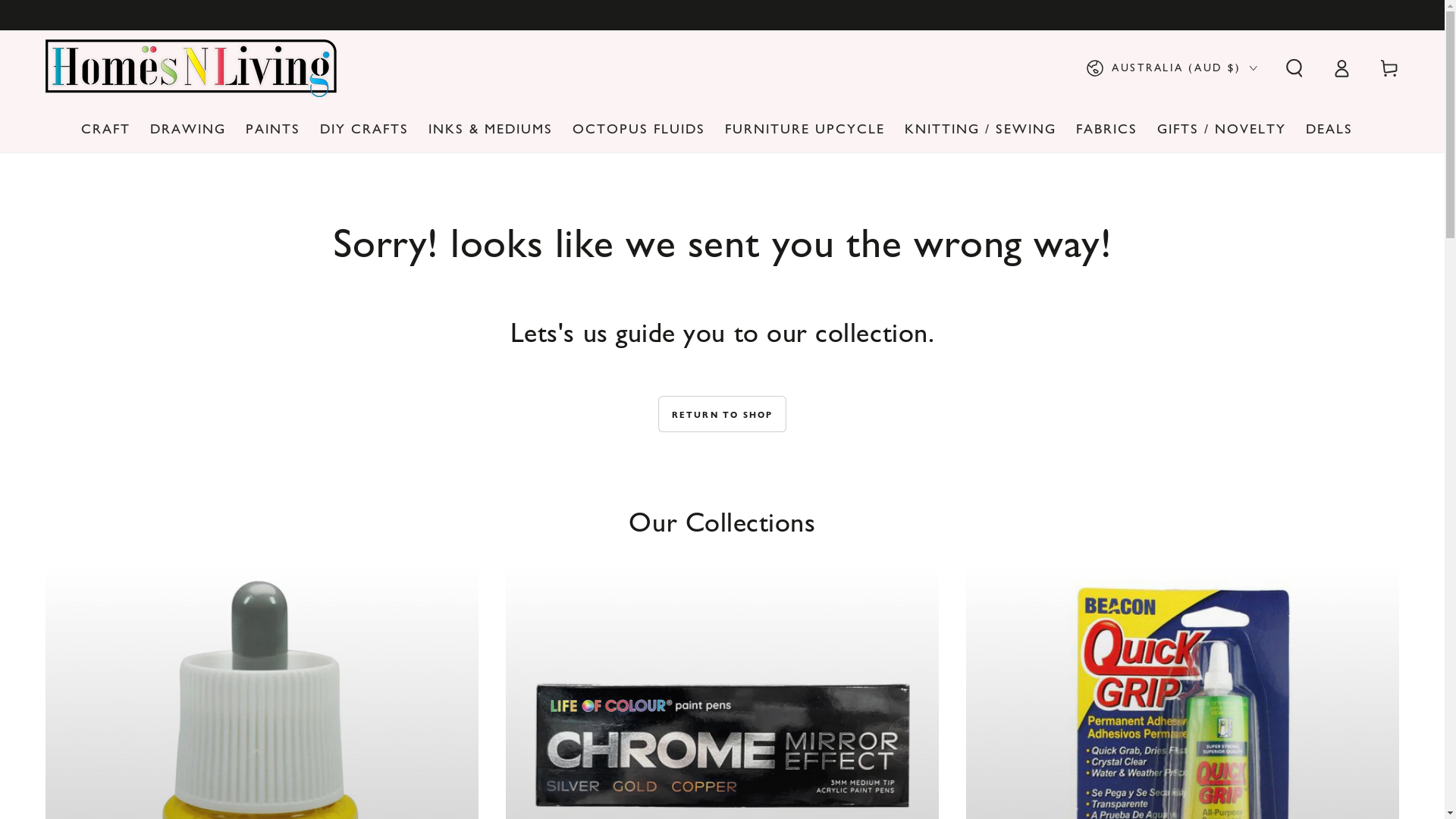 The image size is (1456, 819). What do you see at coordinates (804, 128) in the screenshot?
I see `'FURNITURE UPCYCLE'` at bounding box center [804, 128].